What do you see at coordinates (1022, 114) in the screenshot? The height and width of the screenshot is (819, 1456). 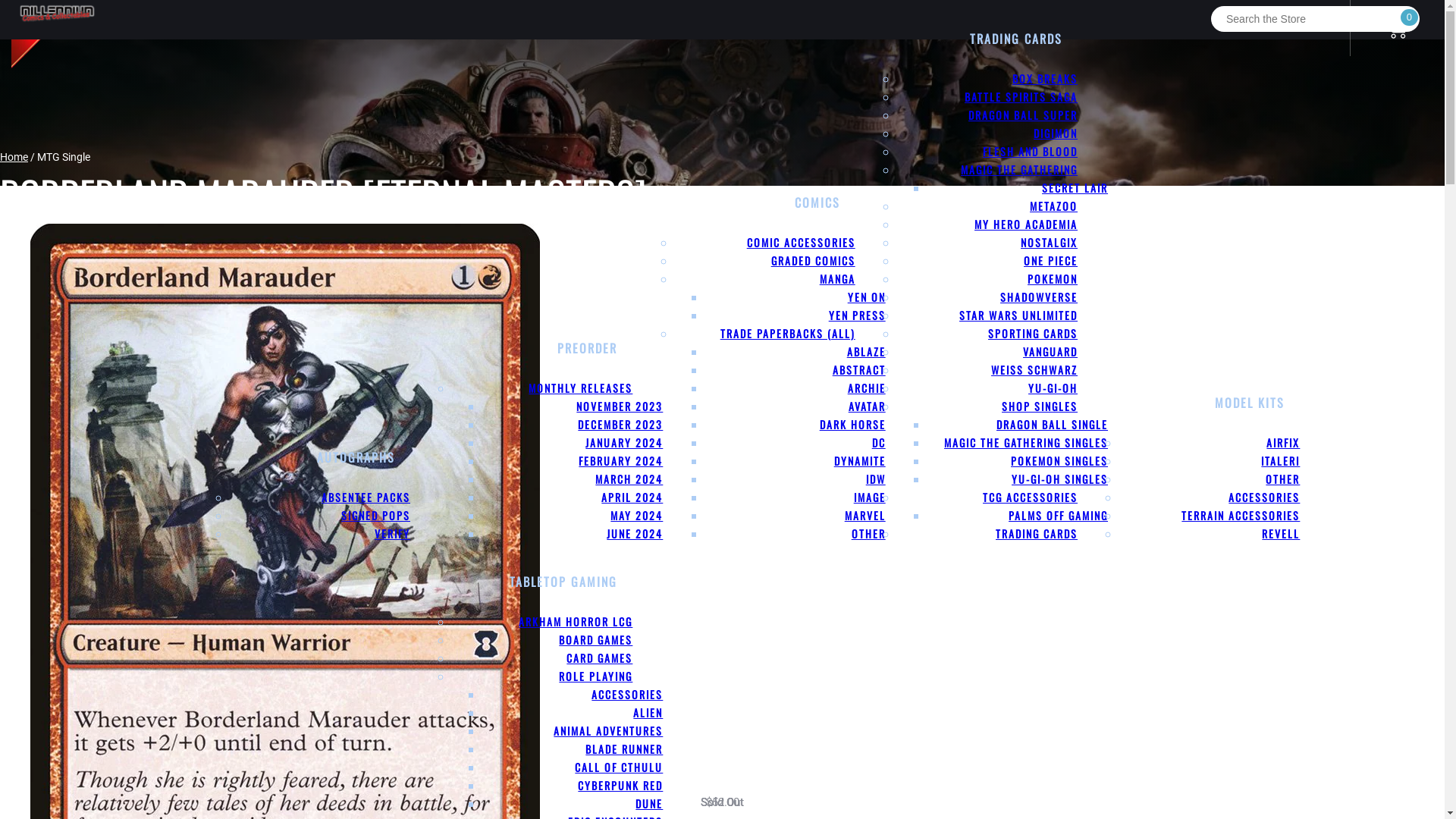 I see `'DRAGON BALL SUPER'` at bounding box center [1022, 114].